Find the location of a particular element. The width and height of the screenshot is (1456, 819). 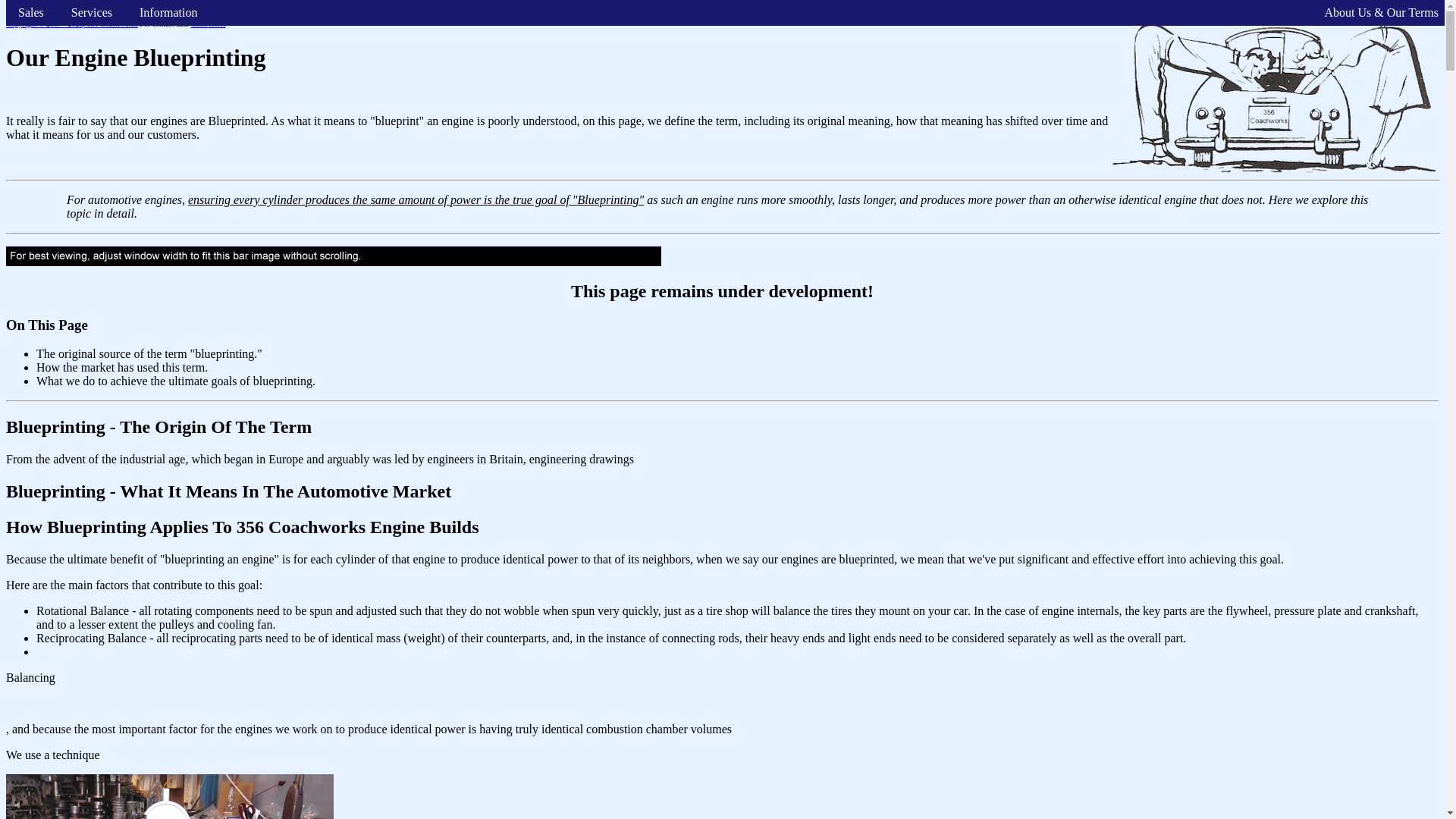

'Information' is located at coordinates (168, 12).